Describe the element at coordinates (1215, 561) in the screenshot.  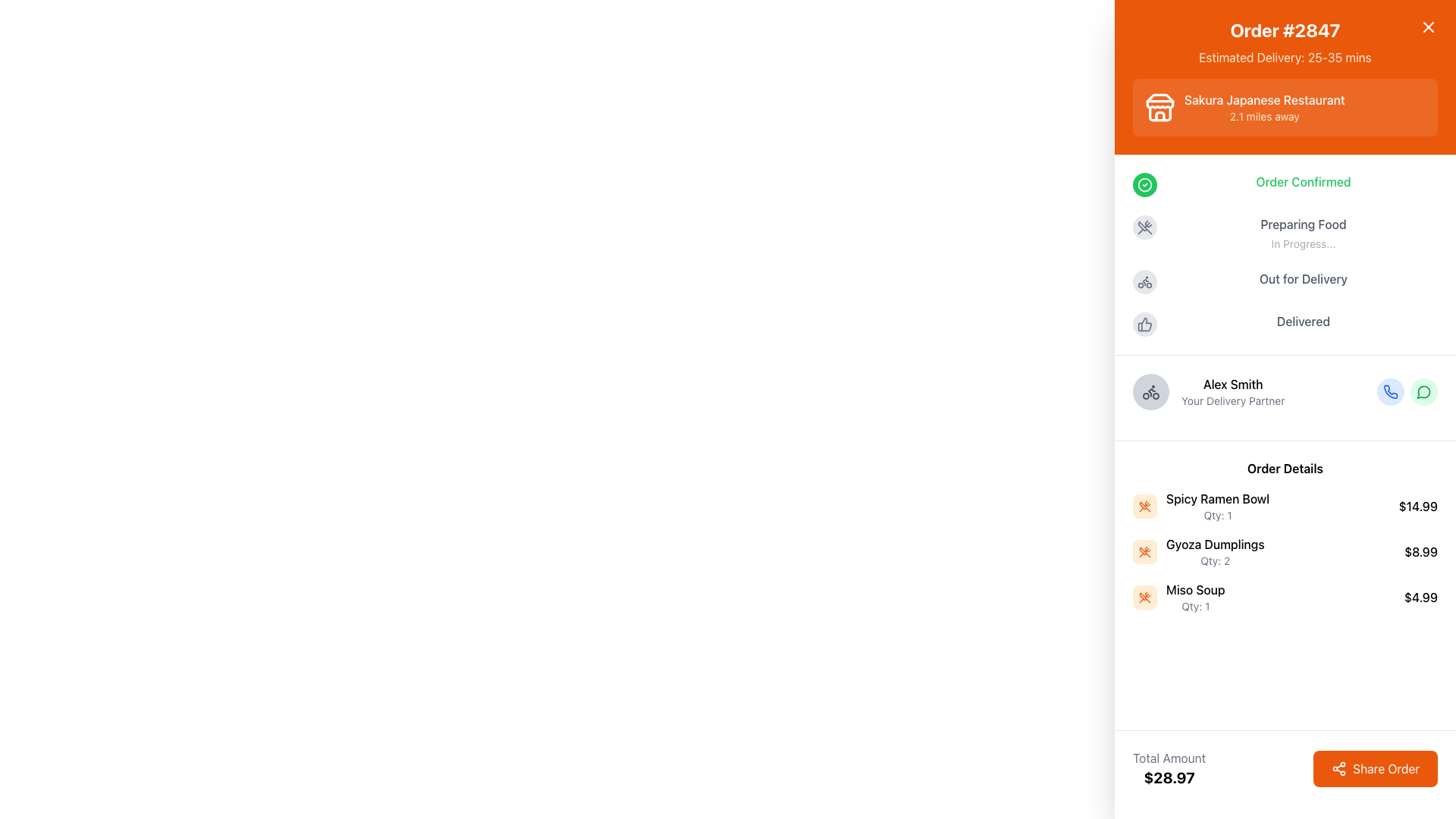
I see `the text field displaying 'Qty: 2' located under the 'Gyoza Dumplings' label in the 'Order Details' section` at that location.